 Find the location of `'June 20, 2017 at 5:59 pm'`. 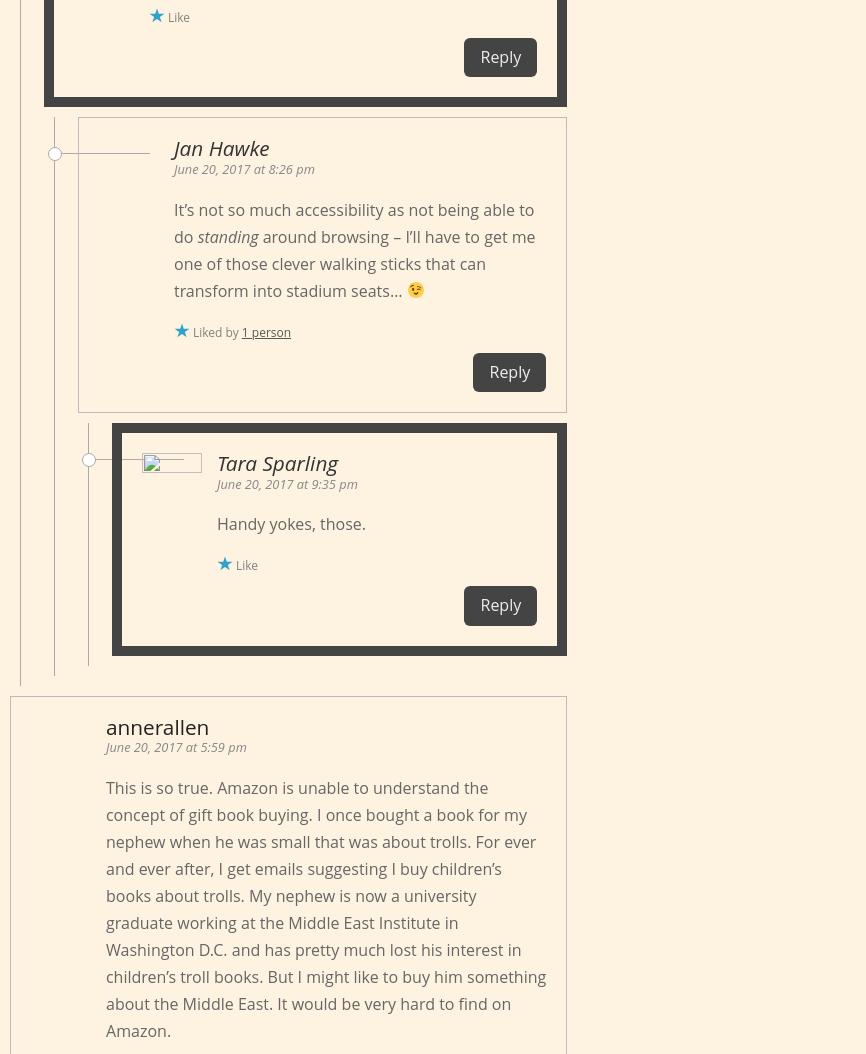

'June 20, 2017 at 5:59 pm' is located at coordinates (175, 746).